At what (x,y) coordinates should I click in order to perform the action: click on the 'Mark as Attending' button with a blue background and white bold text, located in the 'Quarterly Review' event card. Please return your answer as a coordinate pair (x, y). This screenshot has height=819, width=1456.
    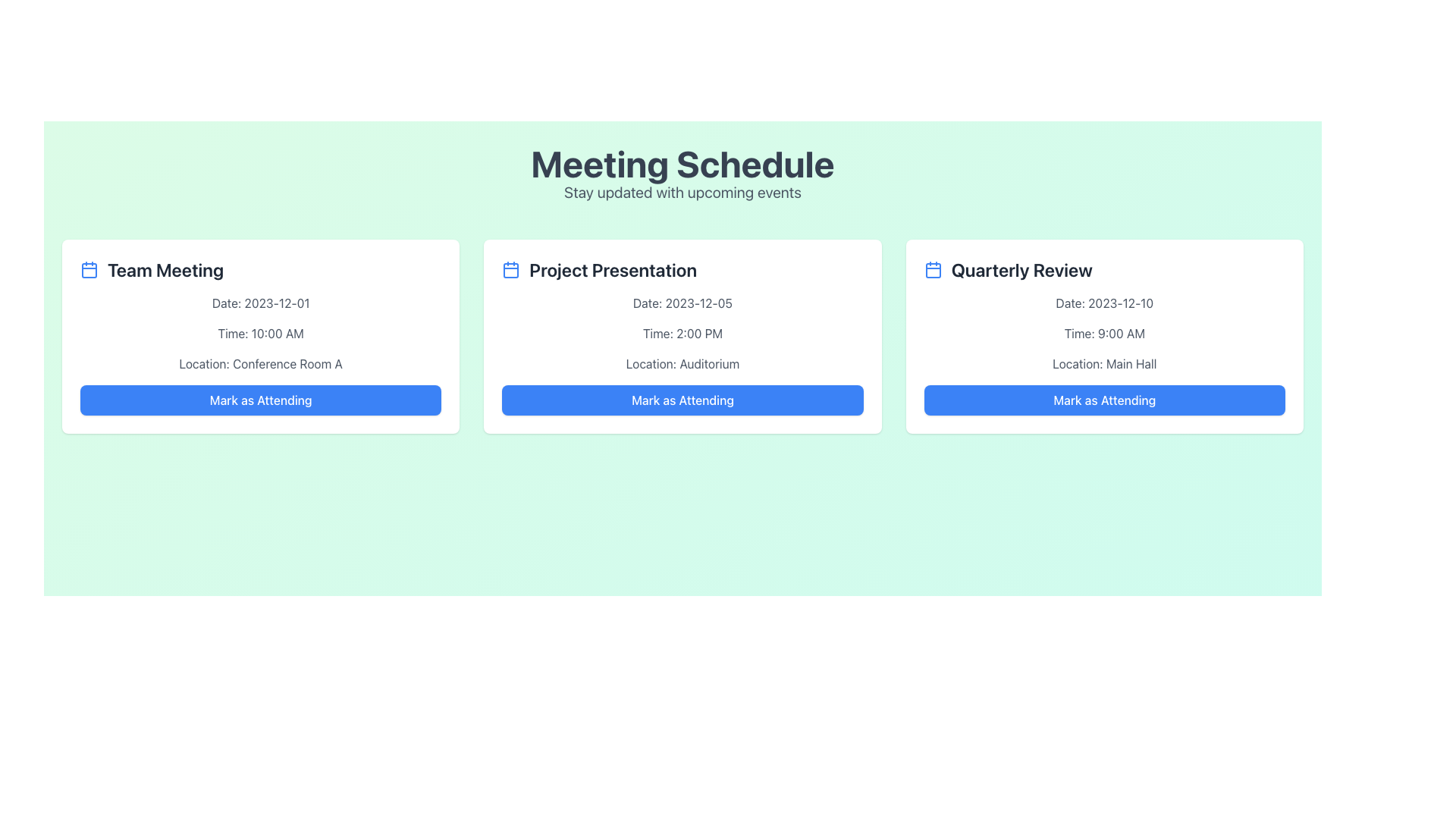
    Looking at the image, I should click on (1104, 400).